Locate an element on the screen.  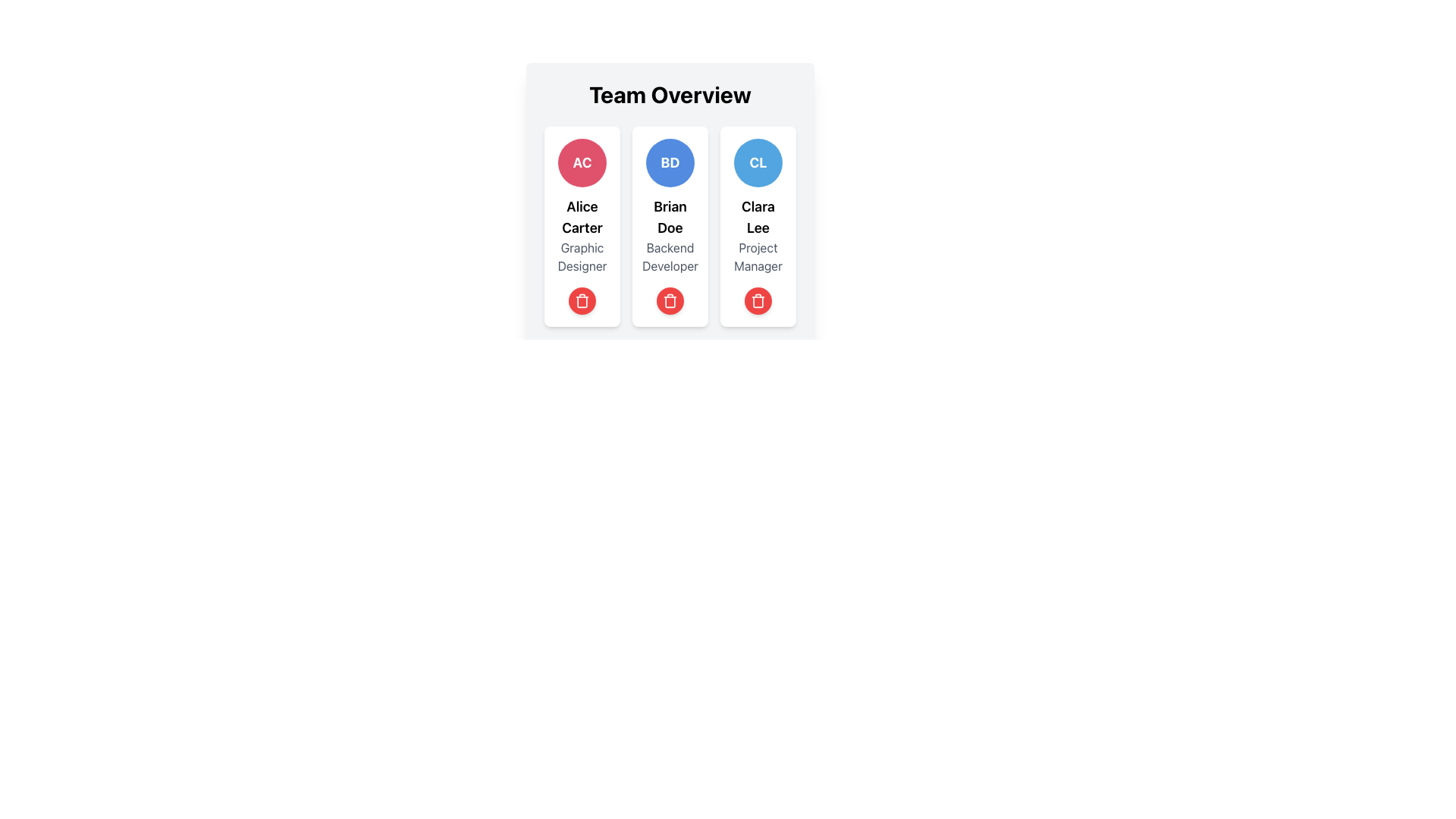
the circular red button with a white trash bin icon at the bottom of Clara Lee's profile card is located at coordinates (758, 301).